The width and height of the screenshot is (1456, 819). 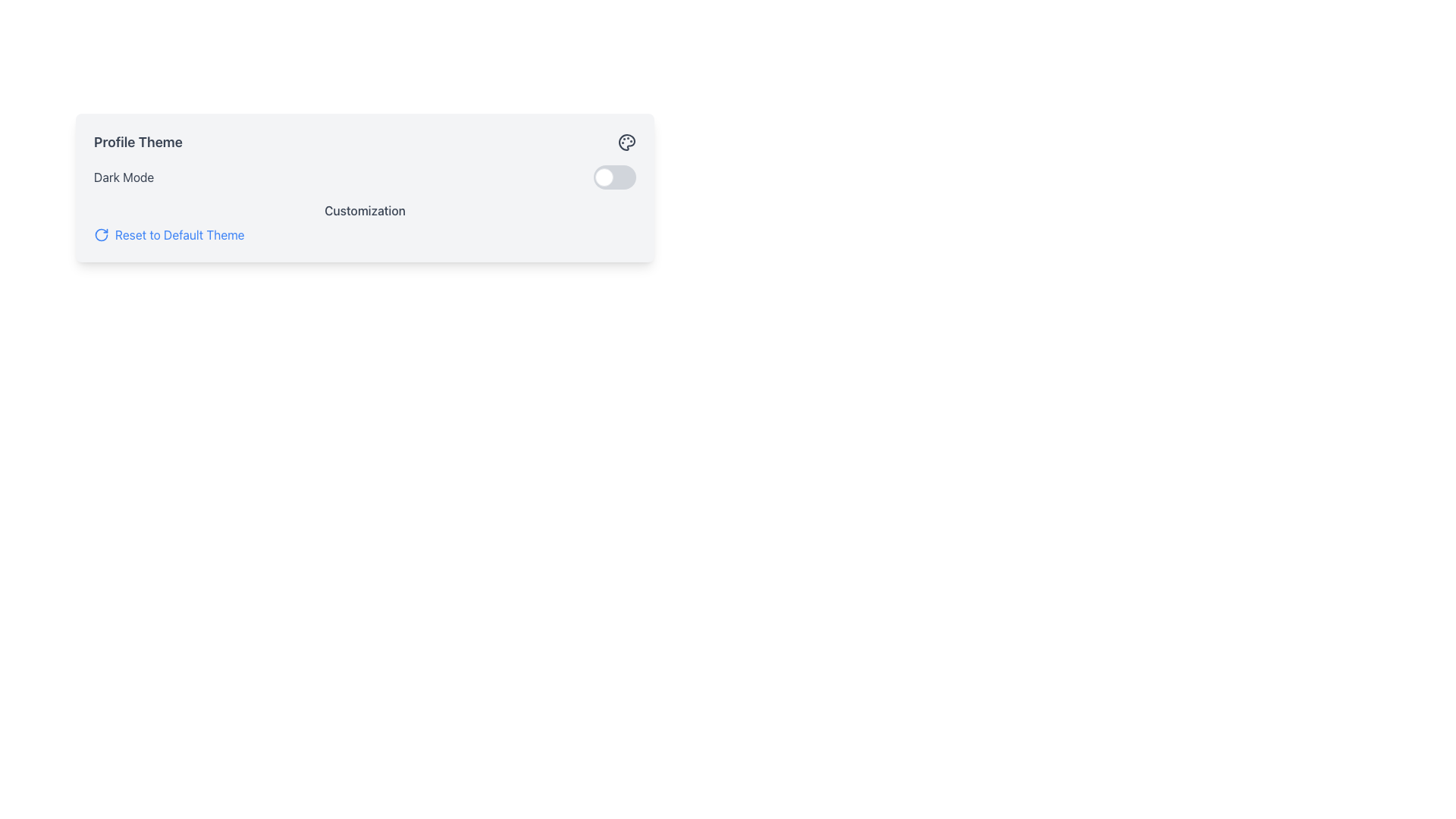 What do you see at coordinates (626, 143) in the screenshot?
I see `the palette icon located in the top-right corner of the 'Profile Theme' section` at bounding box center [626, 143].